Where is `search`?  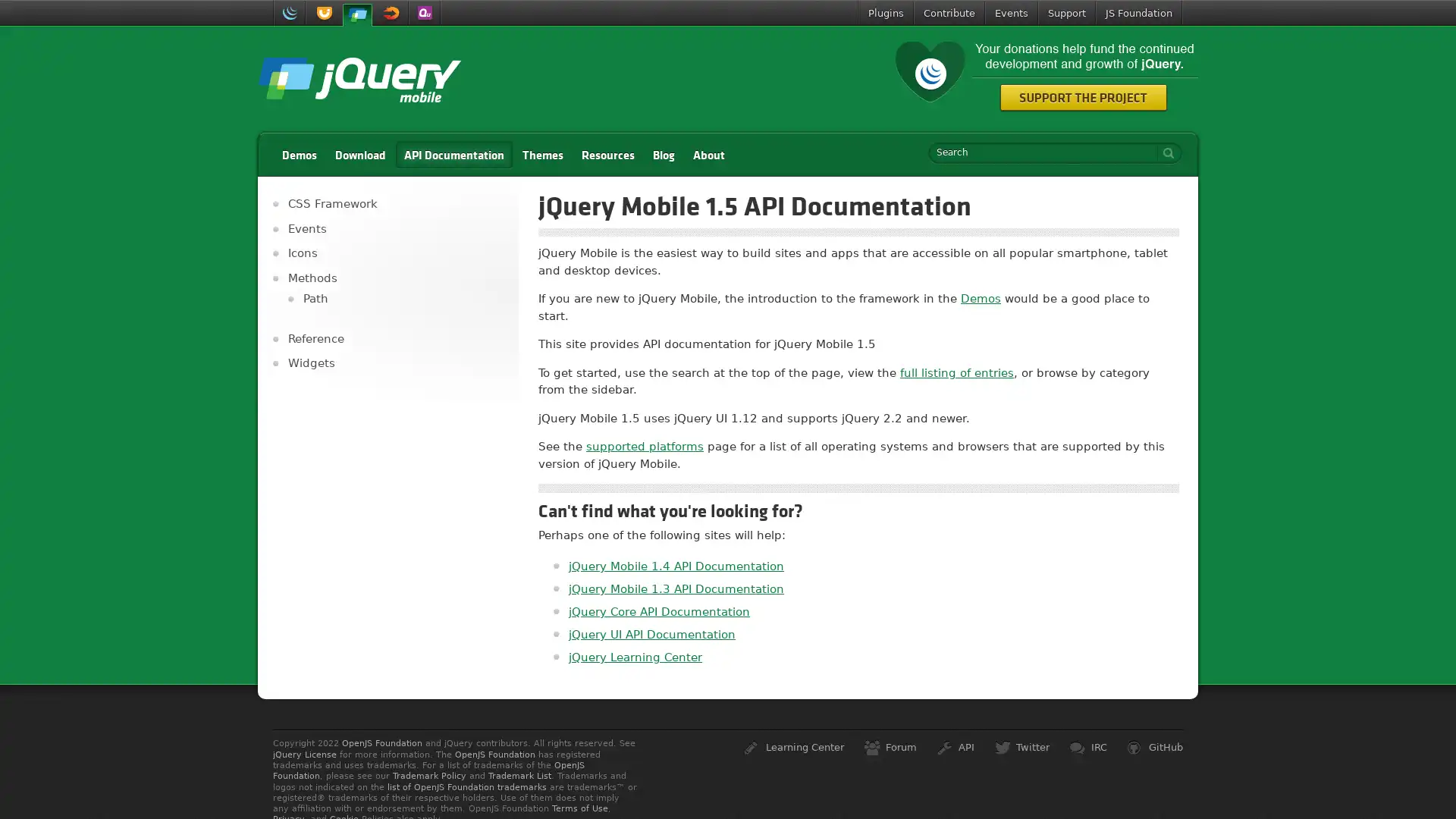 search is located at coordinates (1164, 152).